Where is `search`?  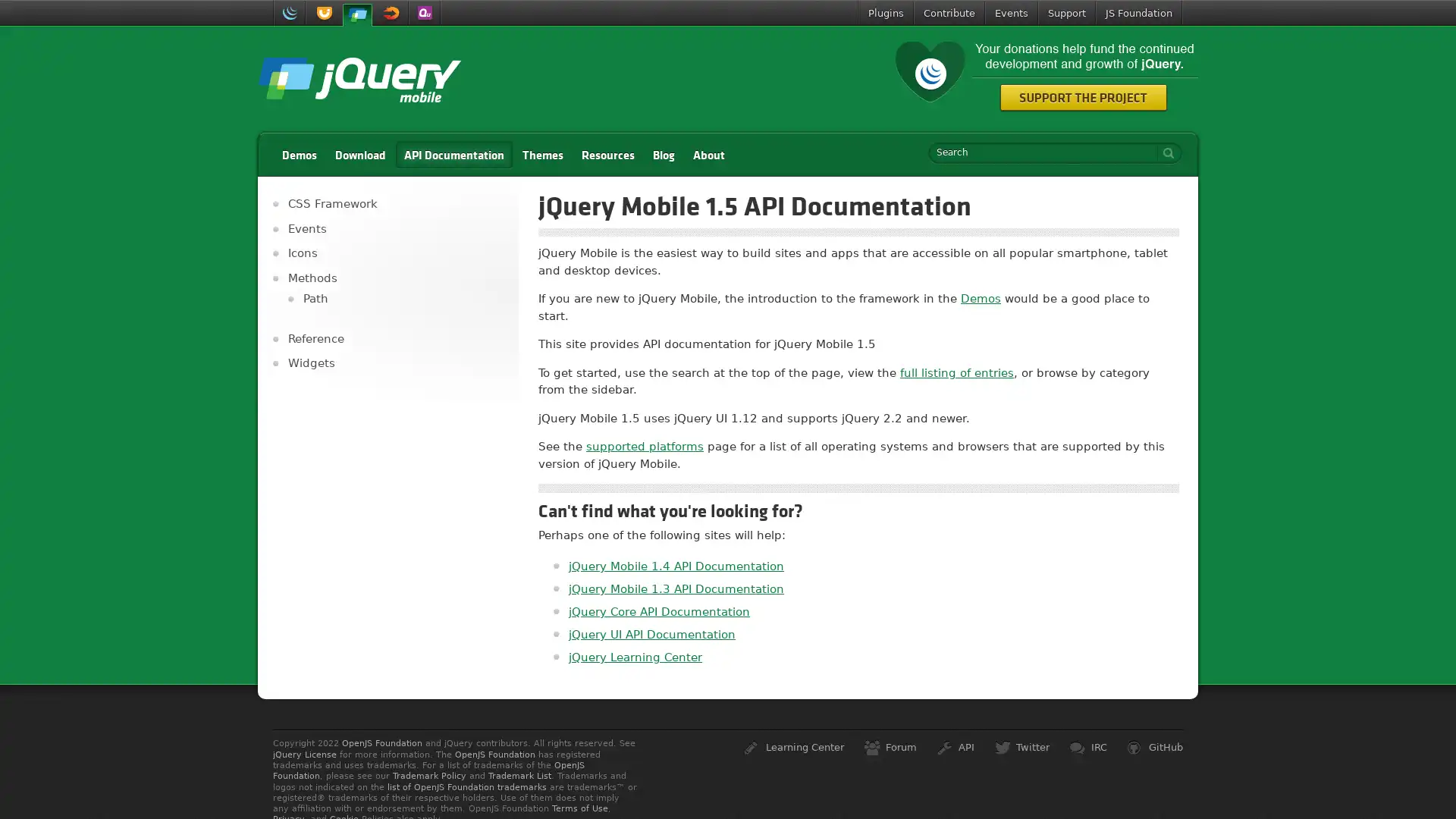 search is located at coordinates (1164, 152).